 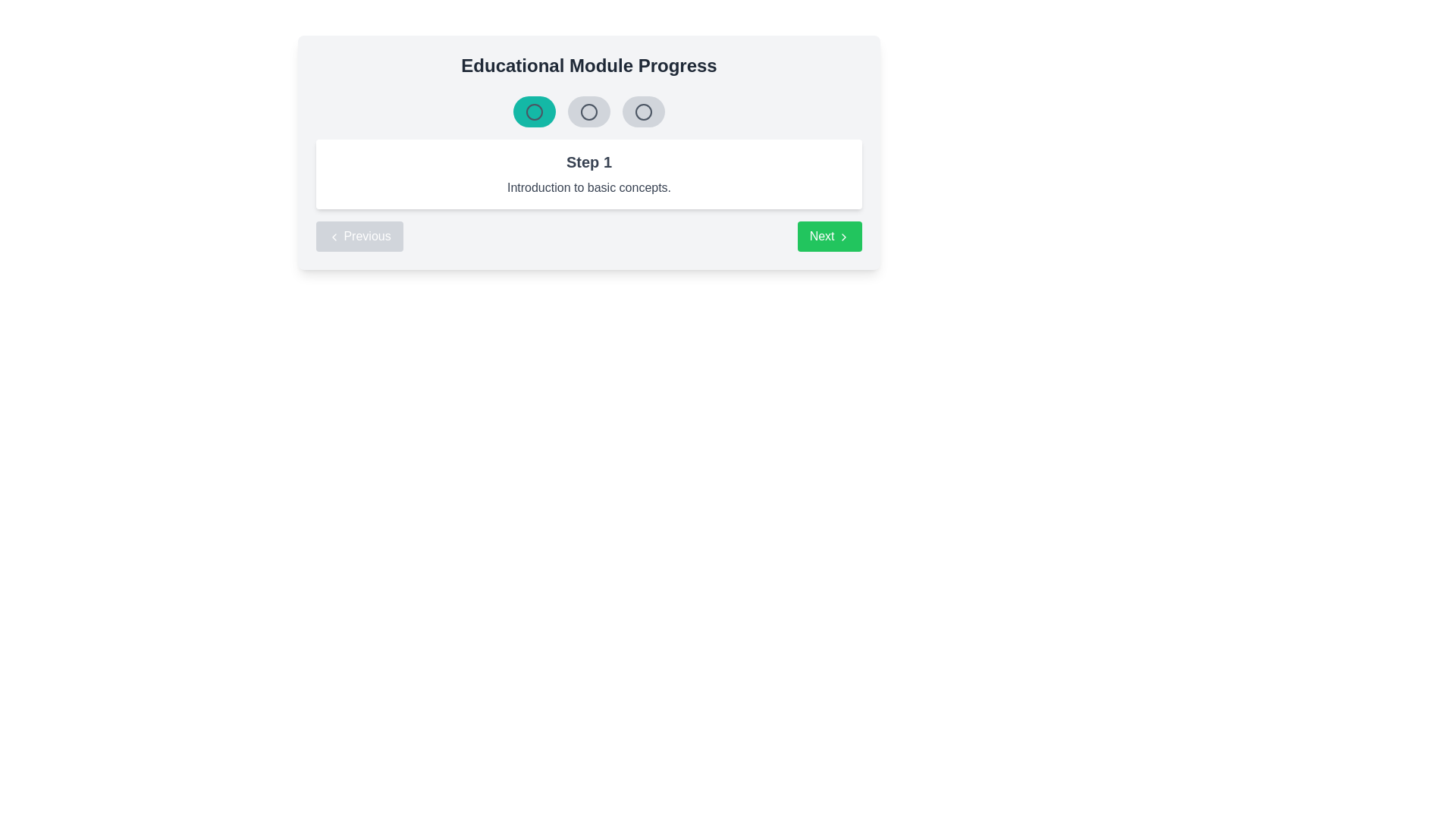 I want to click on the progress indicator icon, which is the first among three circular icons located below the title 'Educational Module Progress', so click(x=535, y=110).